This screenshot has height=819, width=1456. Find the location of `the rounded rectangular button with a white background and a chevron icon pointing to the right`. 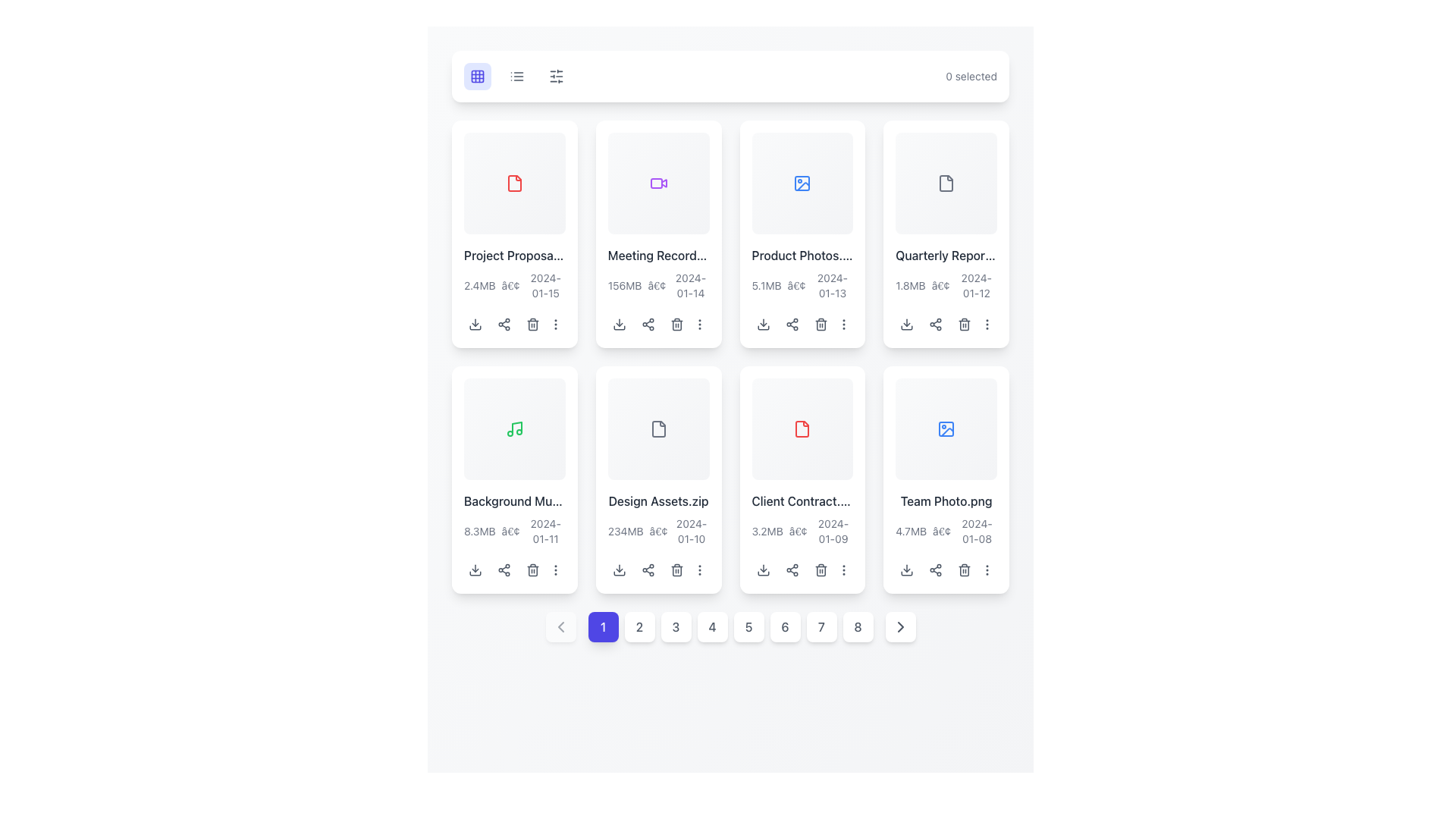

the rounded rectangular button with a white background and a chevron icon pointing to the right is located at coordinates (900, 626).